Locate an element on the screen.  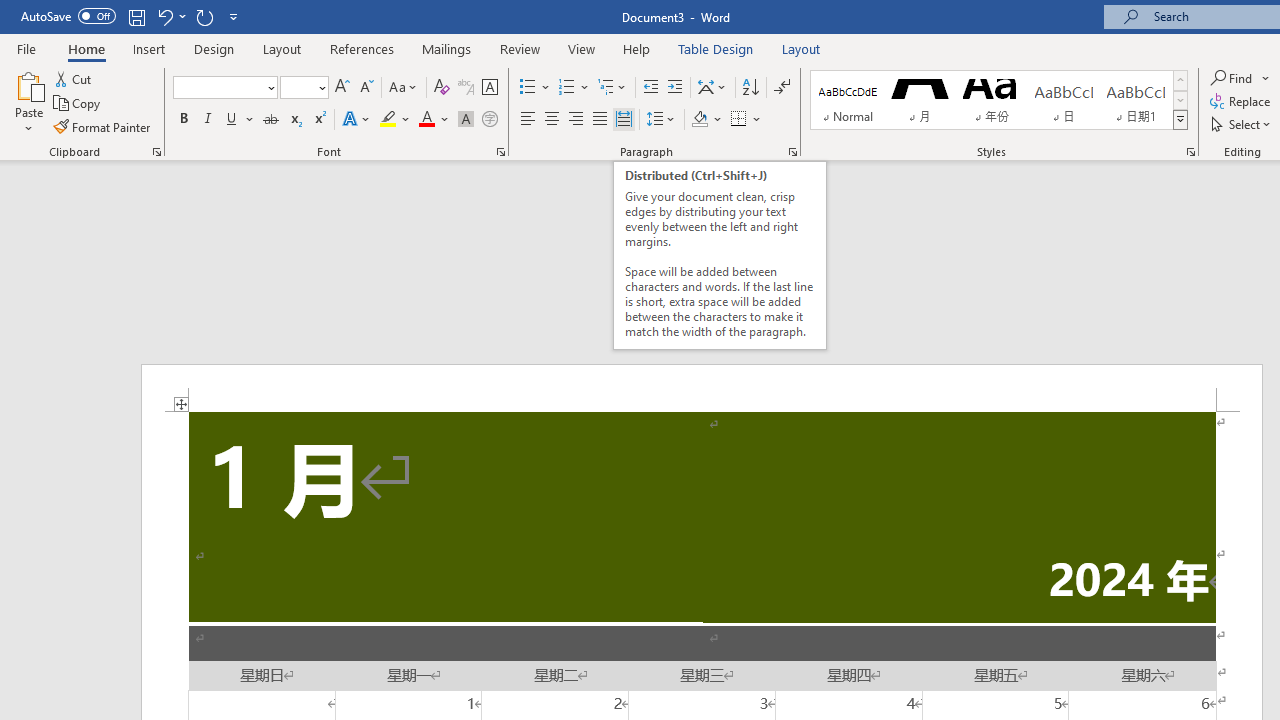
'AutomationID: QuickStylesGallery' is located at coordinates (999, 100).